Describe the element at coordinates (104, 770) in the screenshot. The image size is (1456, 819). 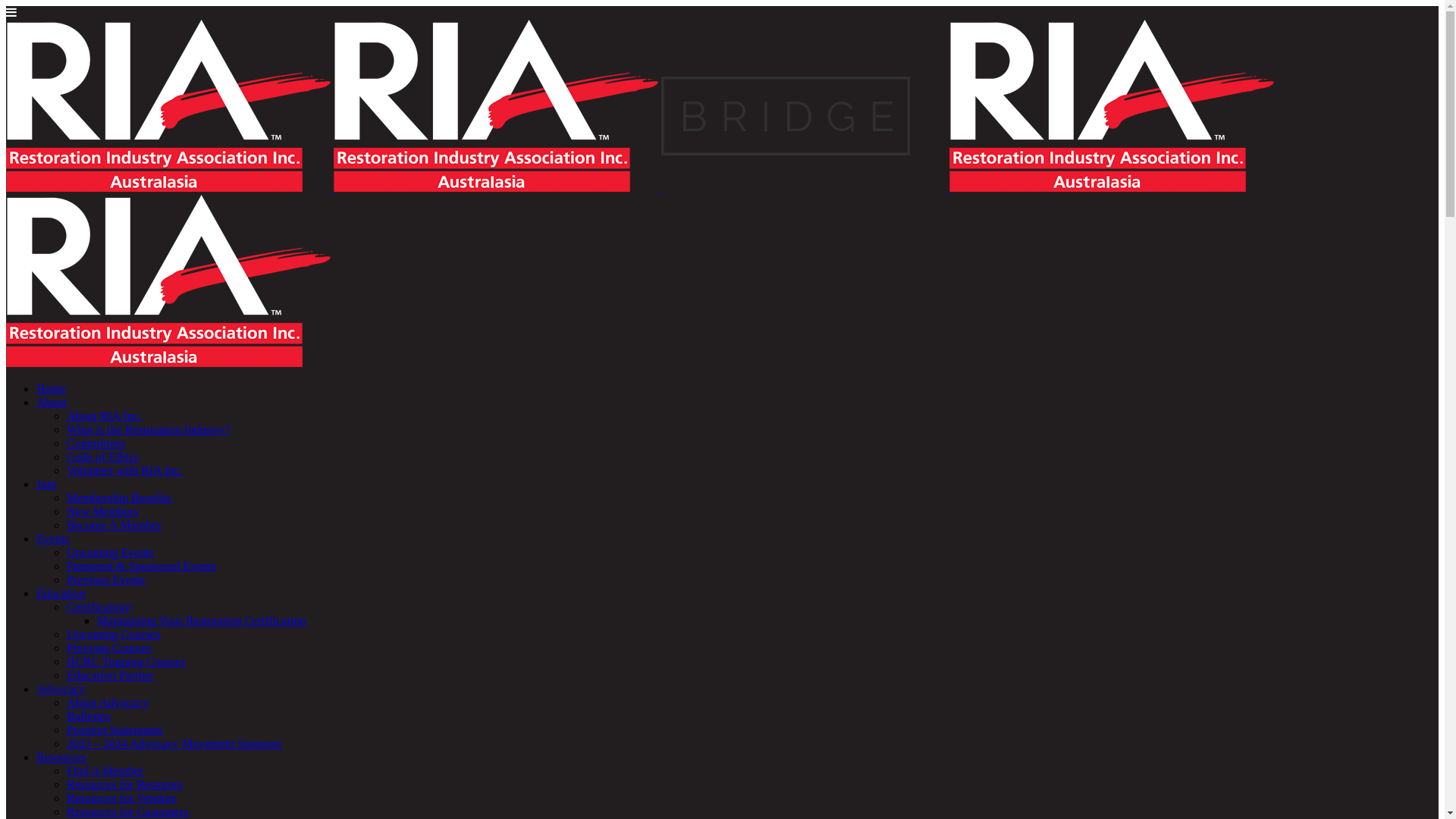
I see `'Find A Member'` at that location.